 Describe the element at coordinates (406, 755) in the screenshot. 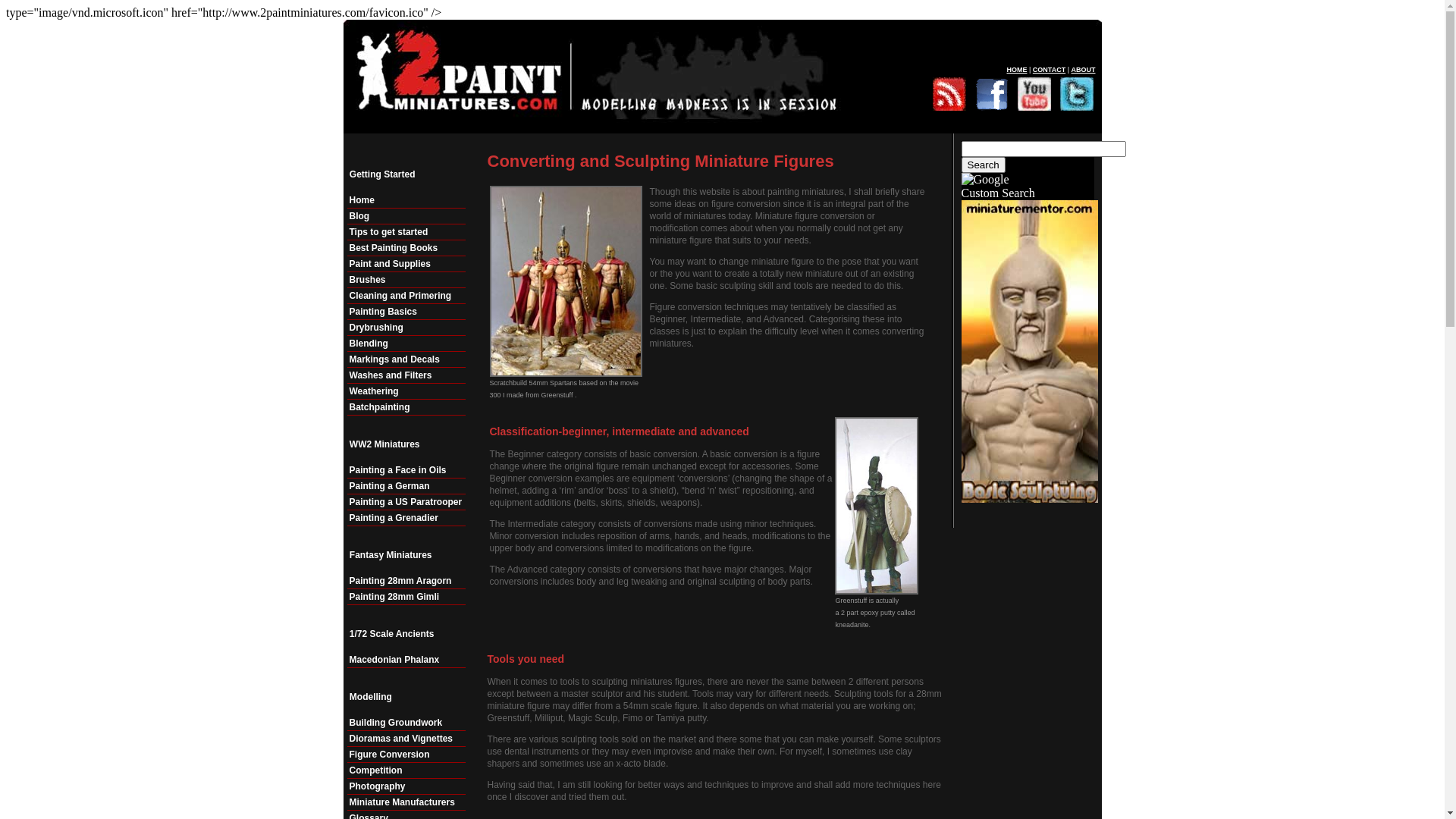

I see `'Figure Conversion'` at that location.